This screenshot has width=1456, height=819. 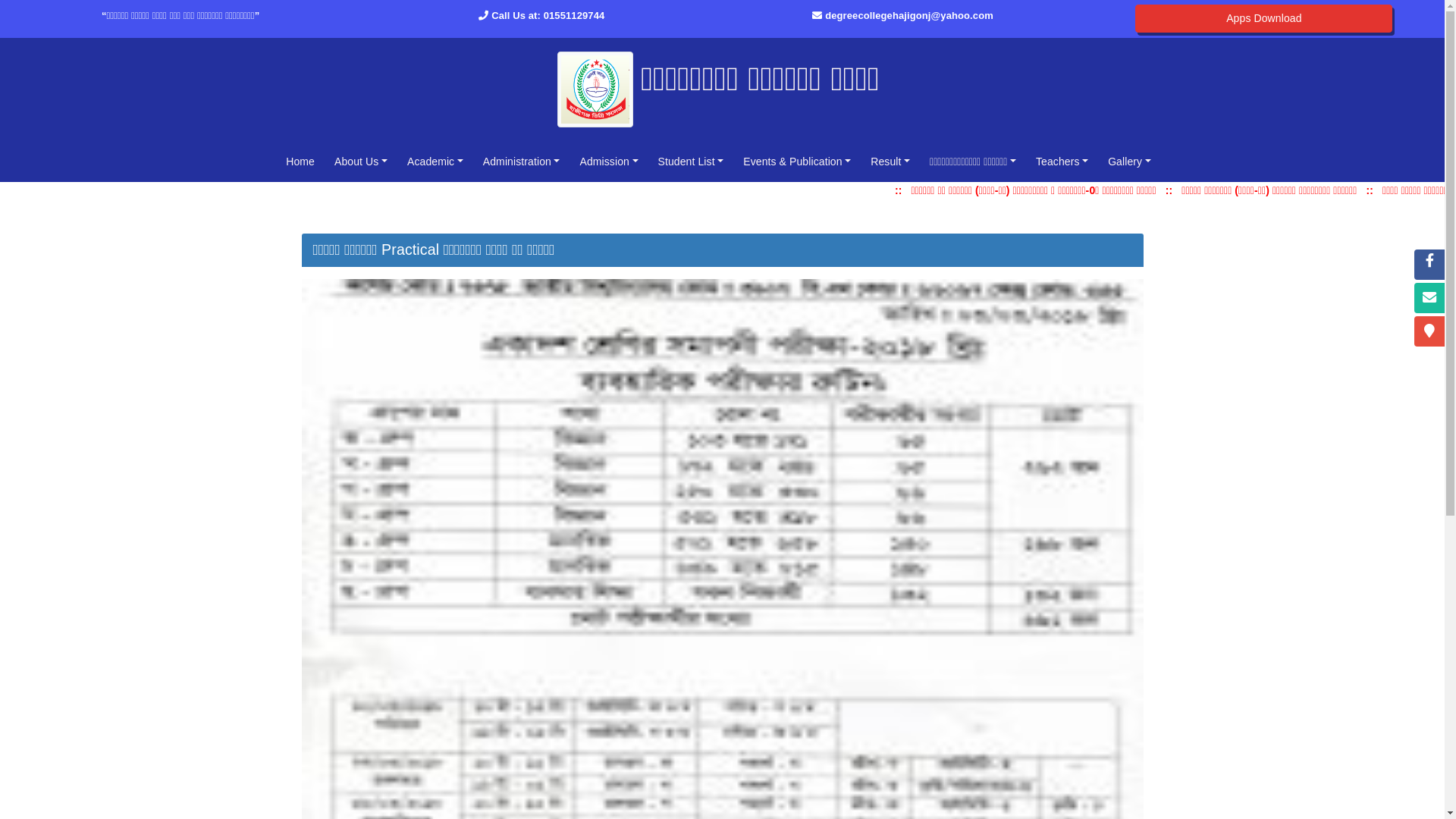 What do you see at coordinates (690, 161) in the screenshot?
I see `'Student List'` at bounding box center [690, 161].